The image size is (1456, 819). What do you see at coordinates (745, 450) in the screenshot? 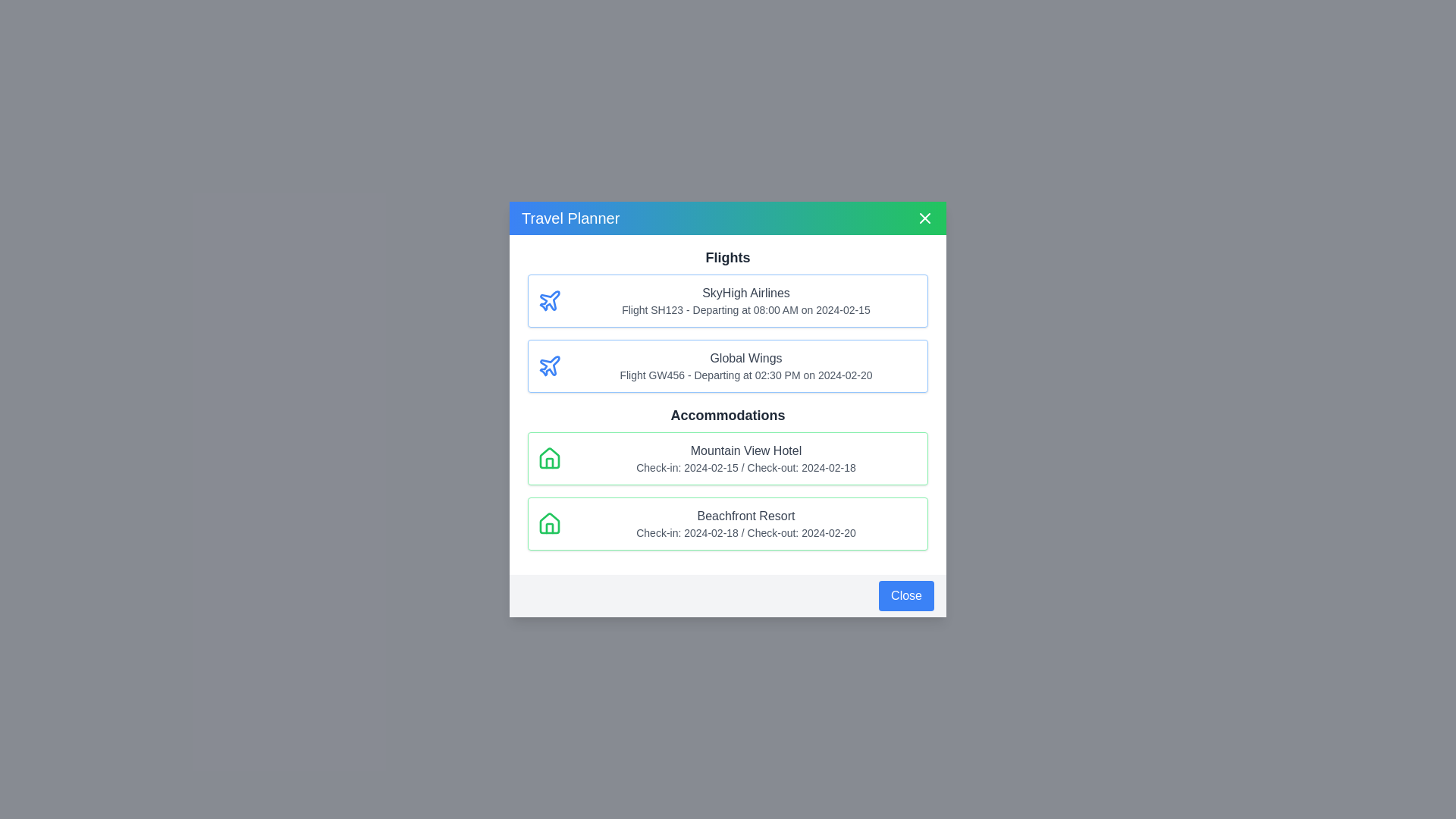
I see `the text label indicating the name of the selected hotel accommodation, which is located in the 'Accommodations' section above the check-in and check-out dates for 'Mountain View Hotel'` at bounding box center [745, 450].